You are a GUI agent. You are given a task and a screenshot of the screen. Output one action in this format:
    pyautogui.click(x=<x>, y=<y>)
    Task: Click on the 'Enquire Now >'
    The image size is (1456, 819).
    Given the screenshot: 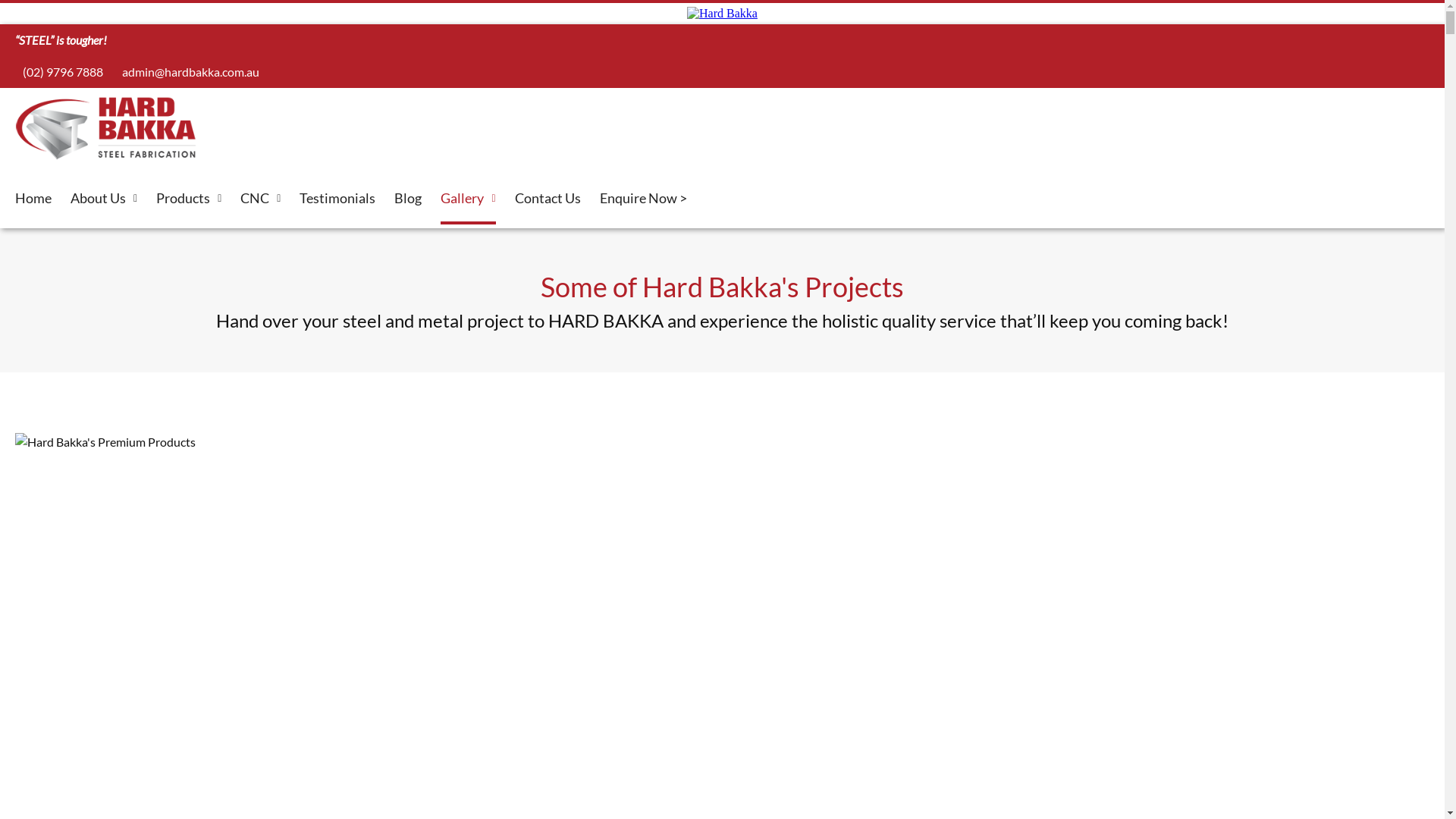 What is the action you would take?
    pyautogui.click(x=642, y=198)
    